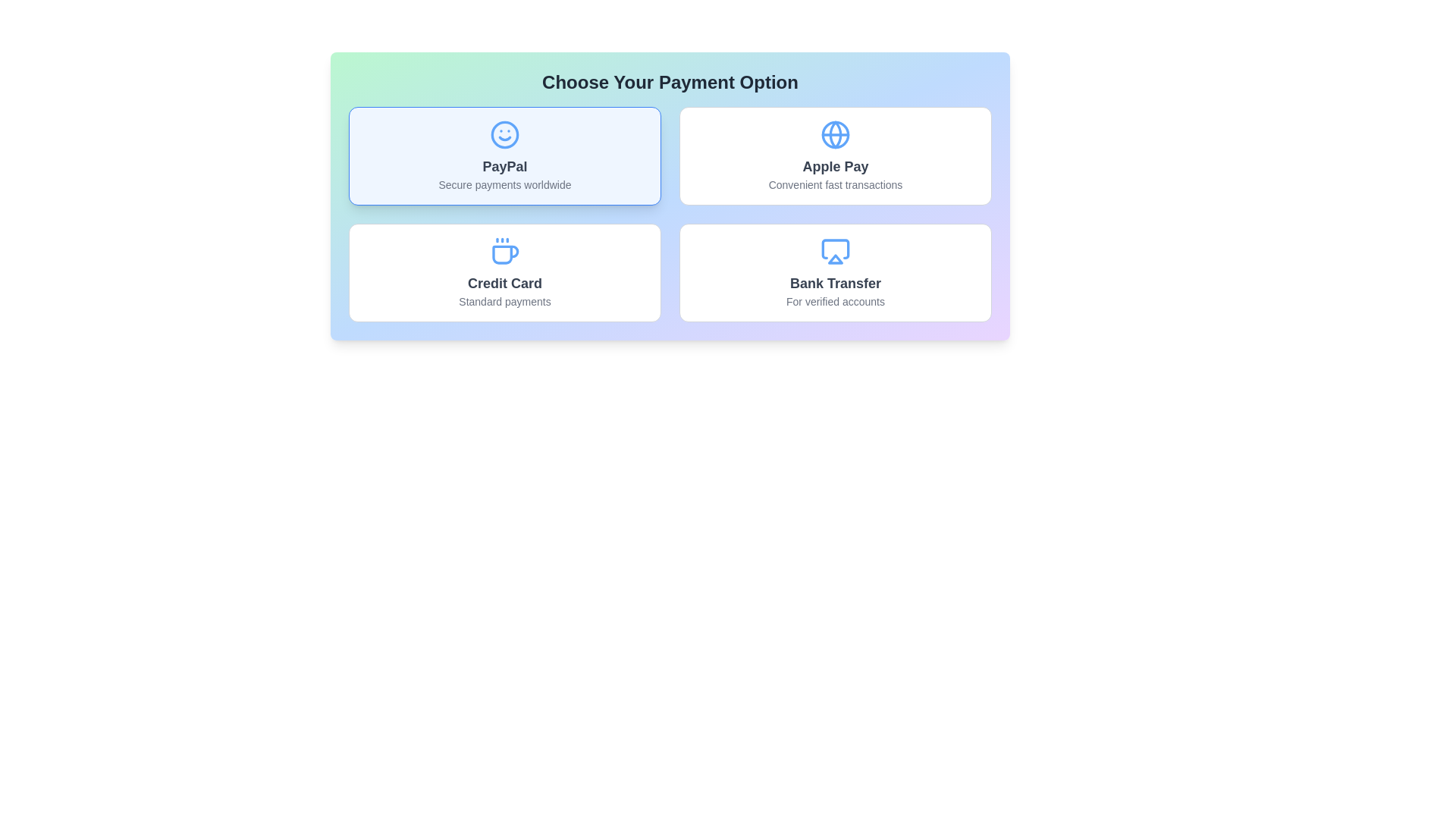 This screenshot has width=1456, height=819. Describe the element at coordinates (835, 133) in the screenshot. I see `the decorative SVG circle that is part of the globe icon for the Apple Pay payment option, located in the top-right quadrant of the payment options layout` at that location.